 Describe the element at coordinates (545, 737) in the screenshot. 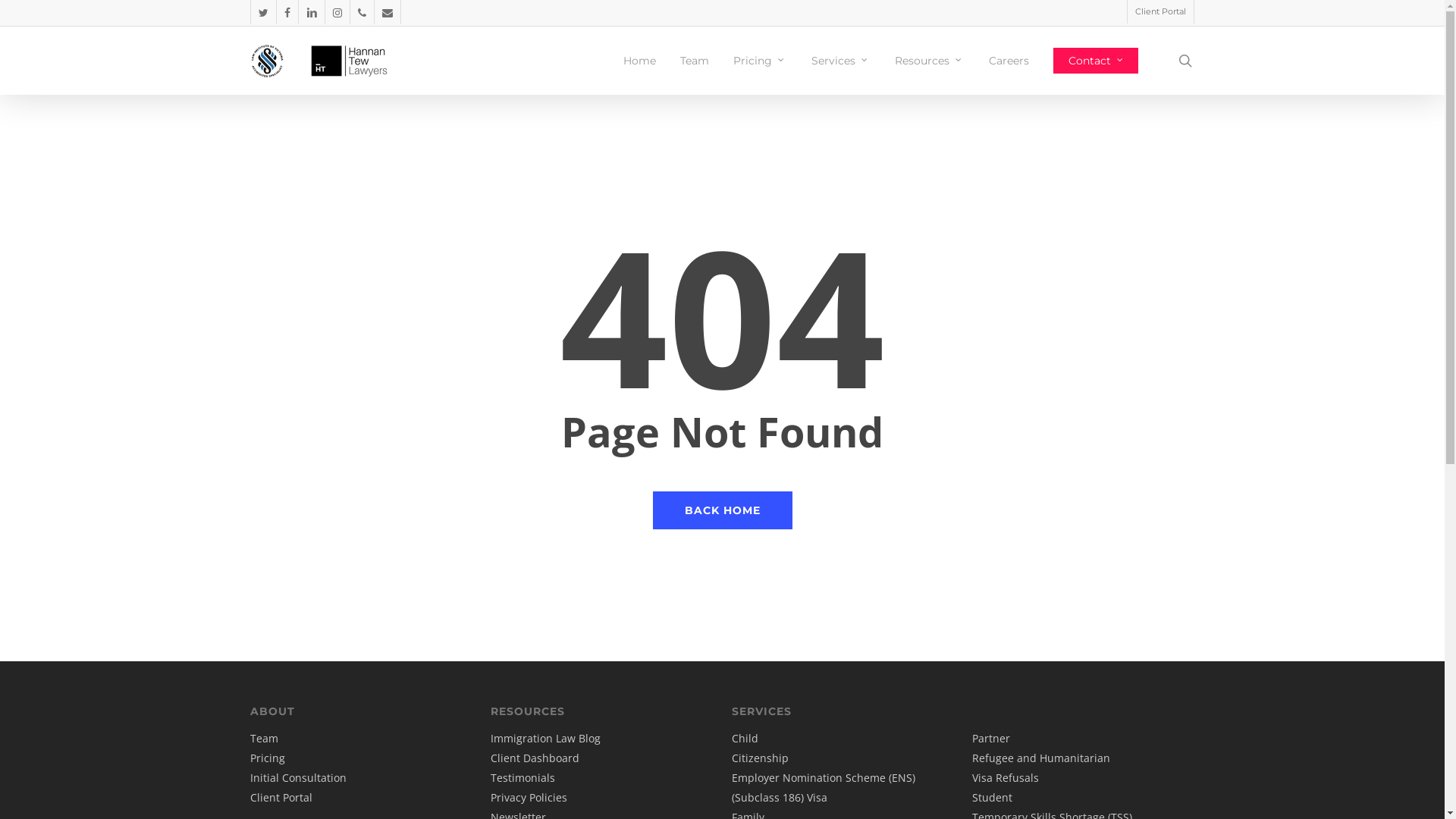

I see `'Immigration Law Blog'` at that location.